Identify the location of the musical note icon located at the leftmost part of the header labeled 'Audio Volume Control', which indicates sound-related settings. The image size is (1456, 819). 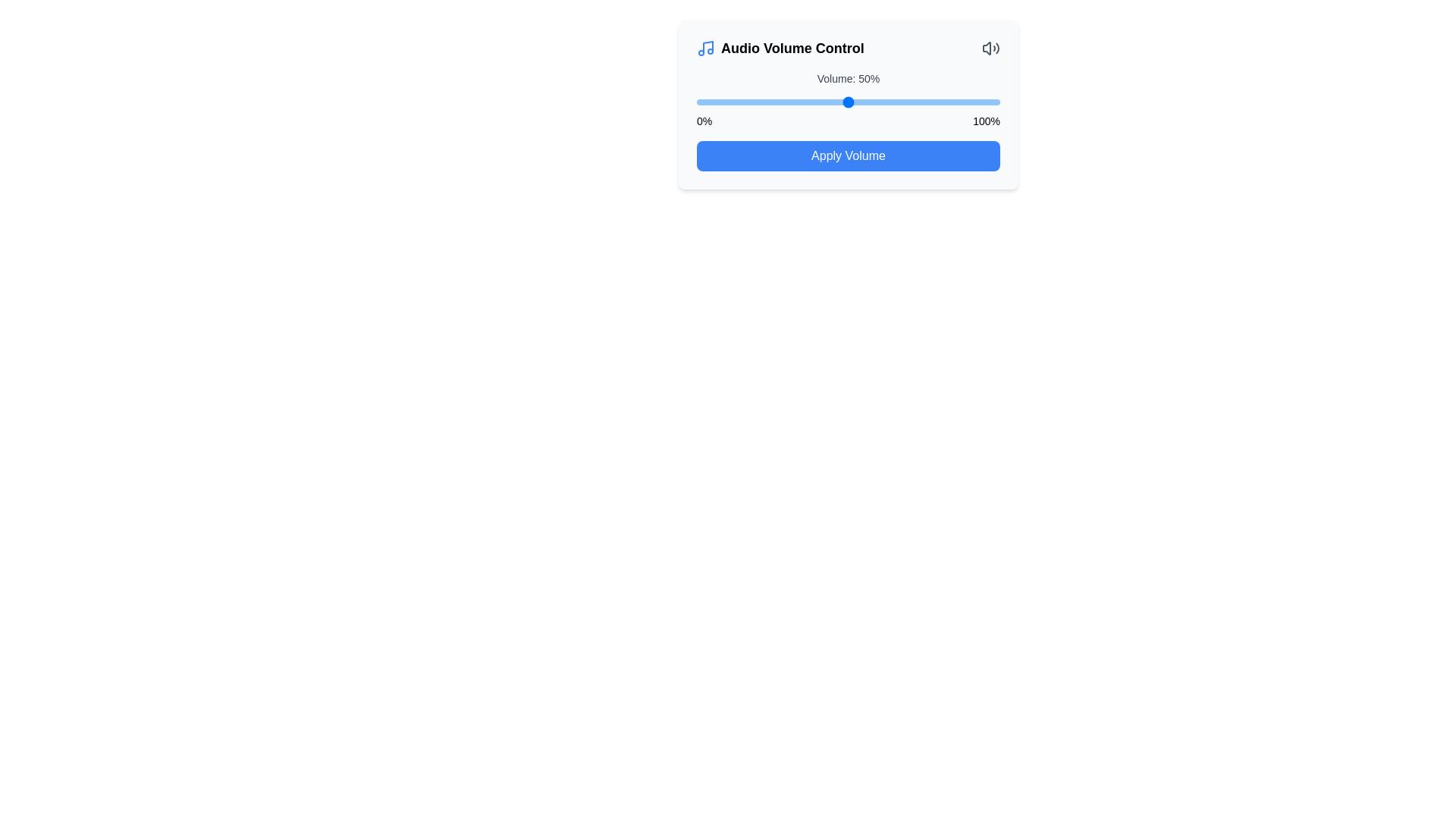
(705, 48).